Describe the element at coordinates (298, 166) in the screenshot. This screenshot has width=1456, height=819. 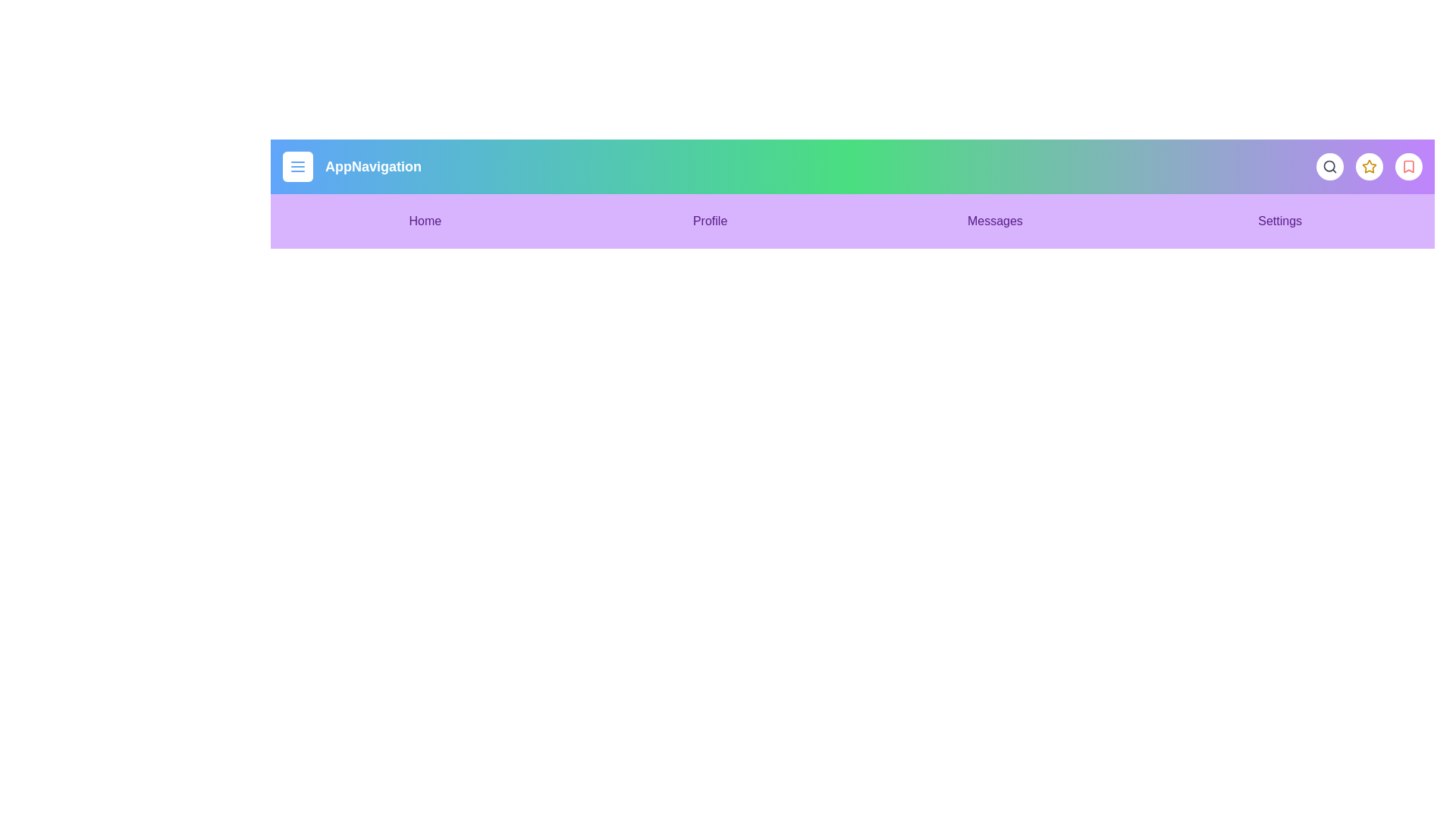
I see `the menu button to toggle the menu visibility` at that location.